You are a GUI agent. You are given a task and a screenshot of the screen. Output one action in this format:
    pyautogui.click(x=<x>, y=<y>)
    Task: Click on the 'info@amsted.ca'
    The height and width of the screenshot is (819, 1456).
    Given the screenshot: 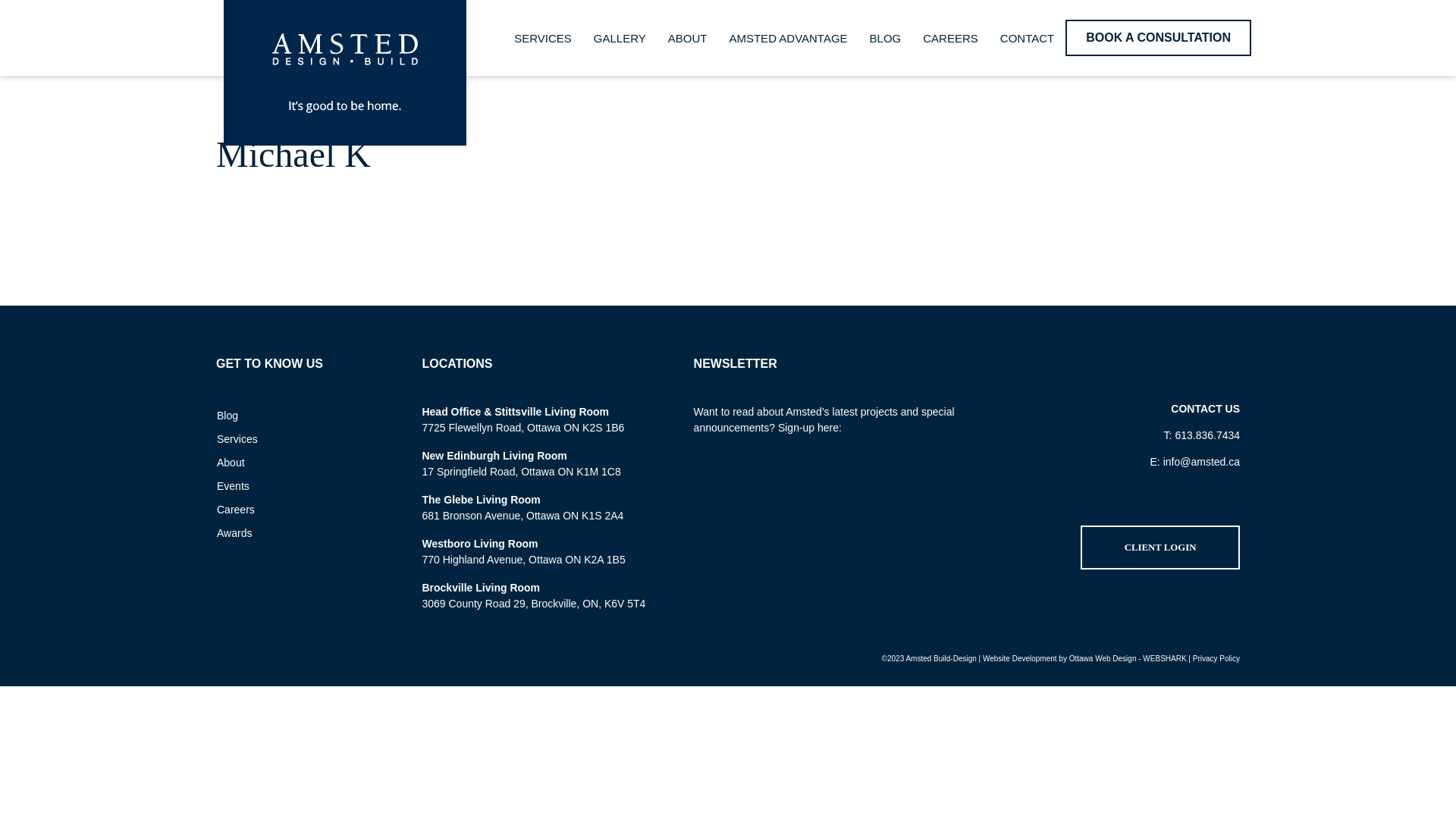 What is the action you would take?
    pyautogui.click(x=1200, y=461)
    